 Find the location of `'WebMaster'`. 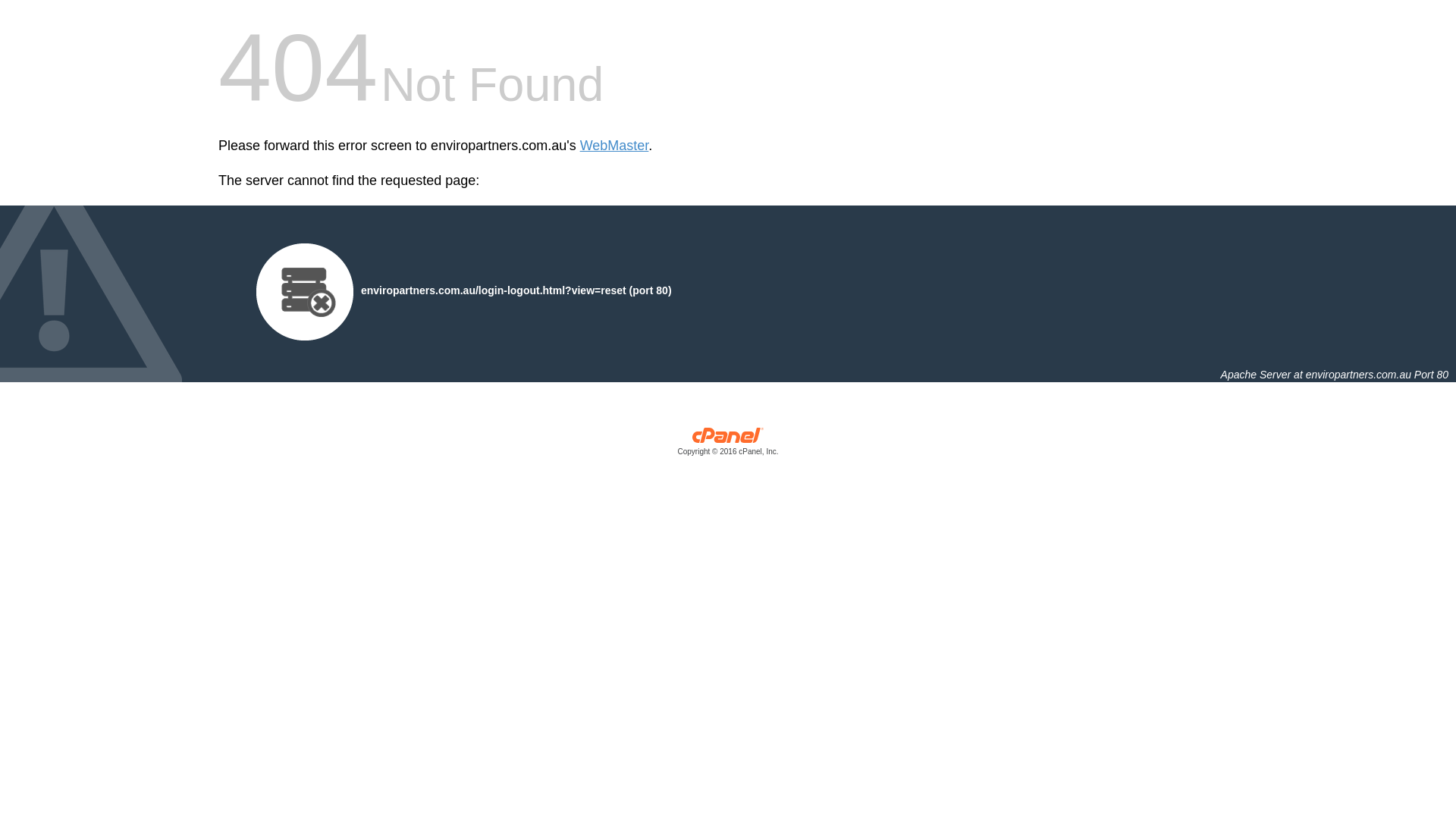

'WebMaster' is located at coordinates (614, 146).